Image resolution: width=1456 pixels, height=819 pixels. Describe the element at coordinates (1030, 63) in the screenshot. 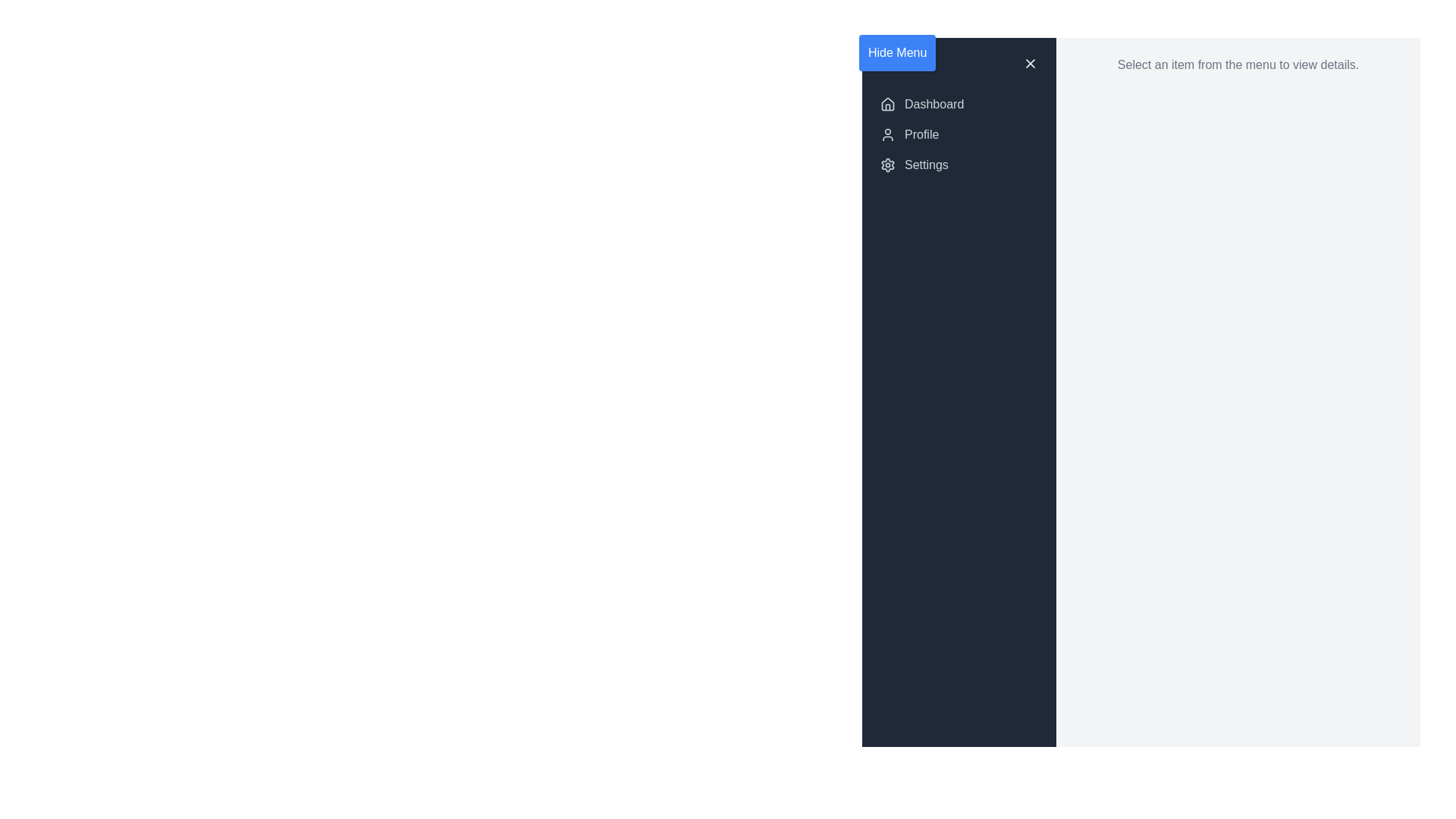

I see `the close icon button with an 'X' symbol located at the top-right corner of the dark sidebar` at that location.